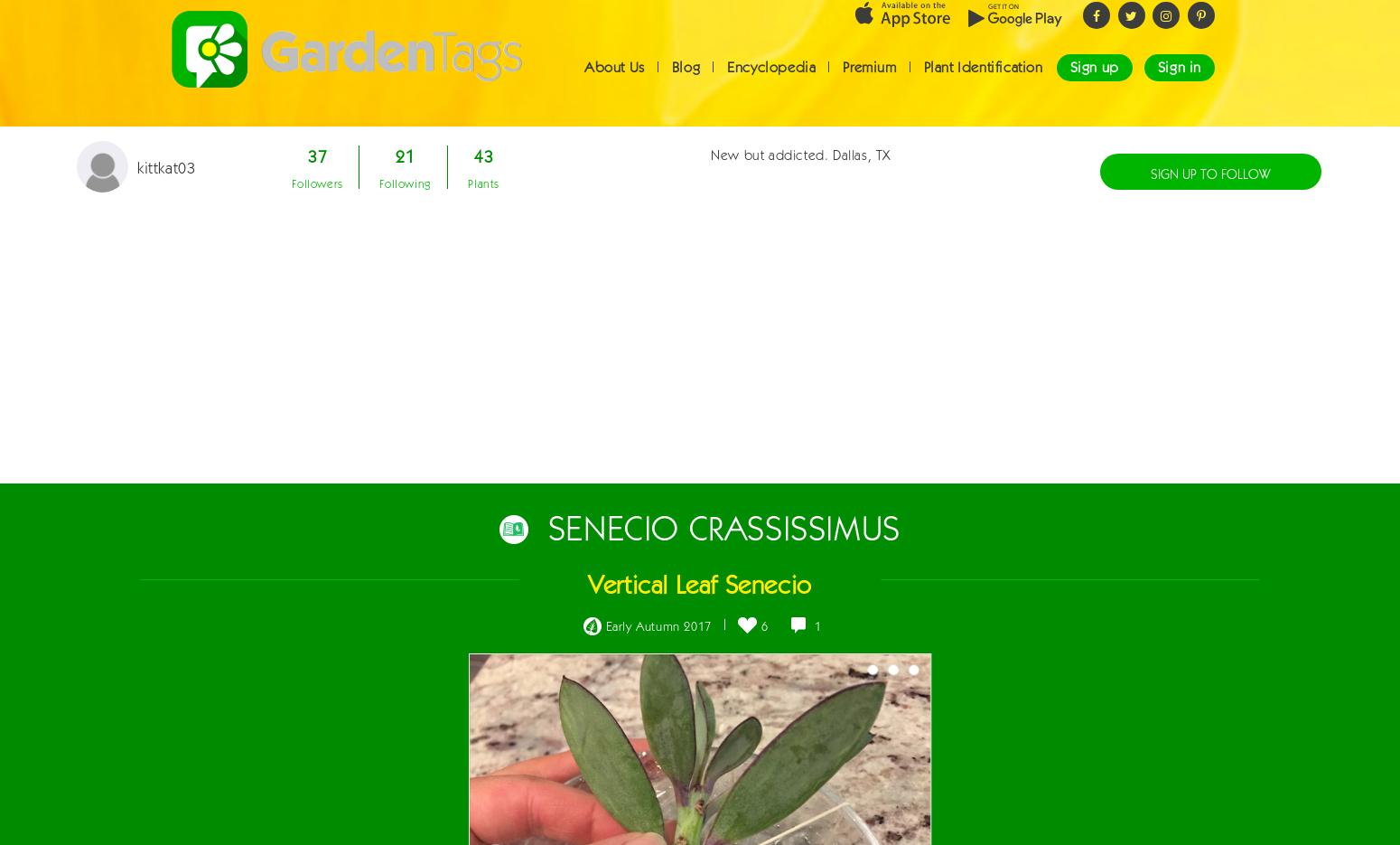  What do you see at coordinates (686, 82) in the screenshot?
I see `'Blog'` at bounding box center [686, 82].